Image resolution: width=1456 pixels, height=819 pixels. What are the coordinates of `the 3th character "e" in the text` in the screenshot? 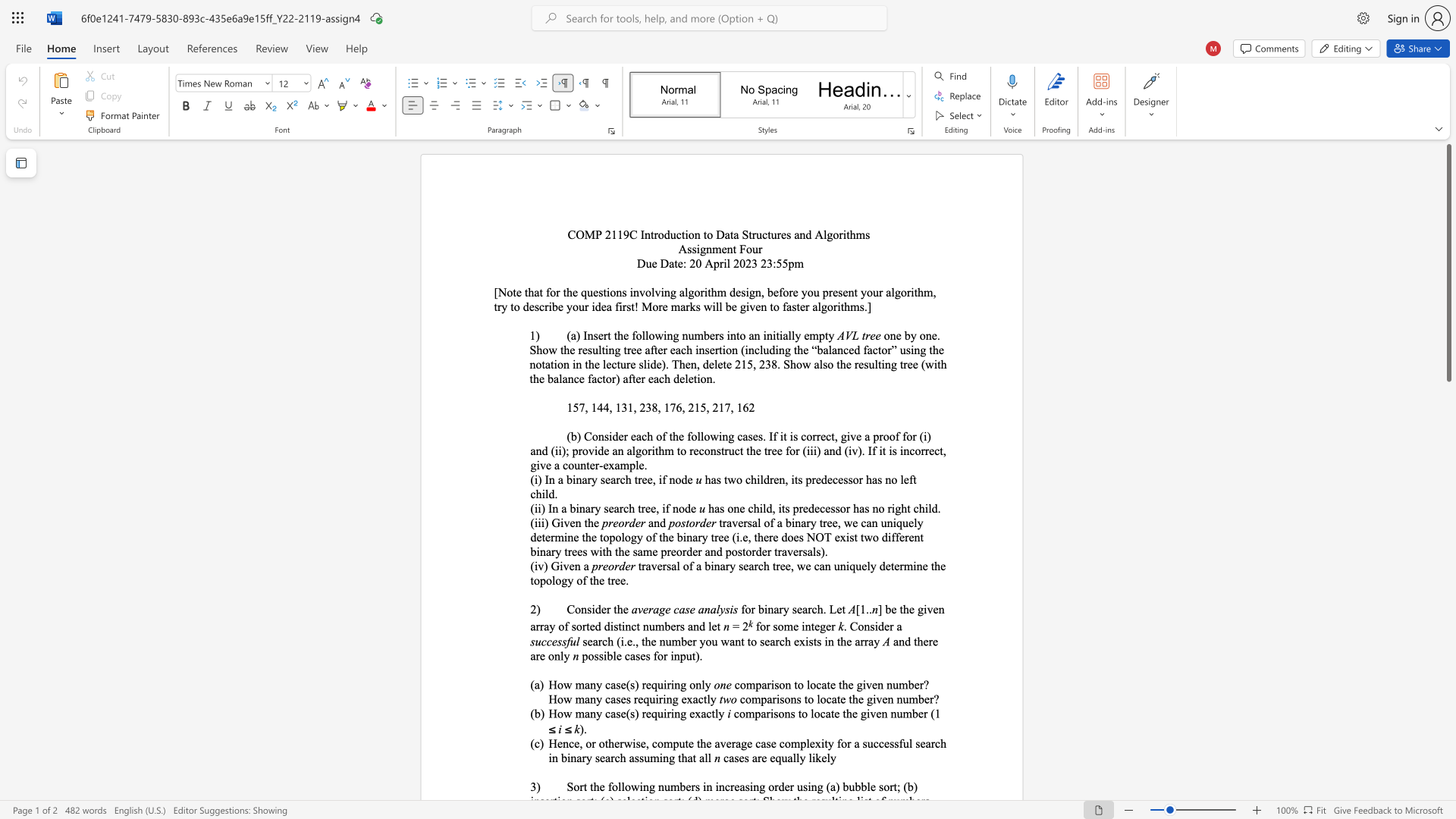 It's located at (934, 608).